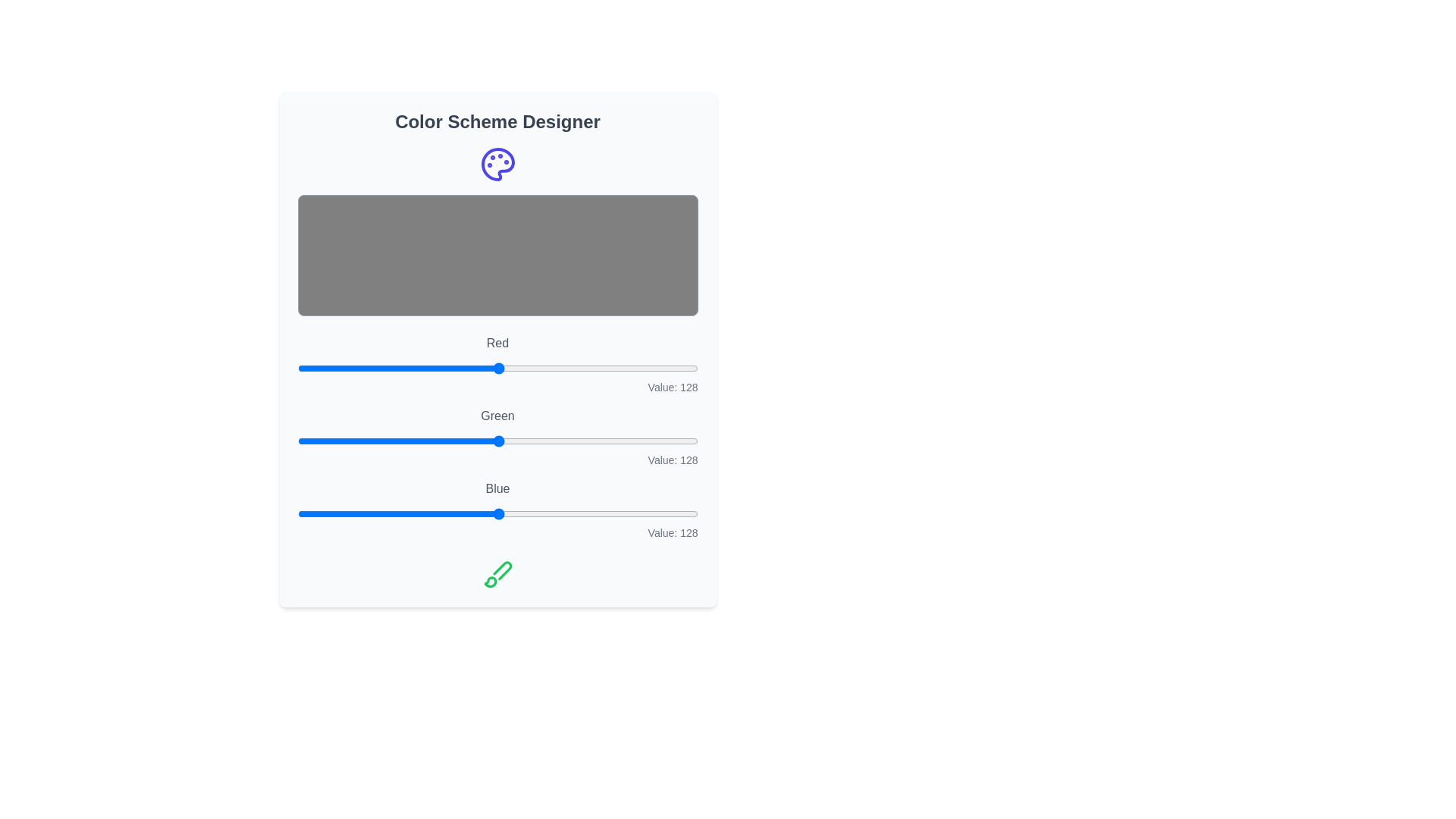 This screenshot has width=1456, height=819. What do you see at coordinates (596, 441) in the screenshot?
I see `the slider` at bounding box center [596, 441].